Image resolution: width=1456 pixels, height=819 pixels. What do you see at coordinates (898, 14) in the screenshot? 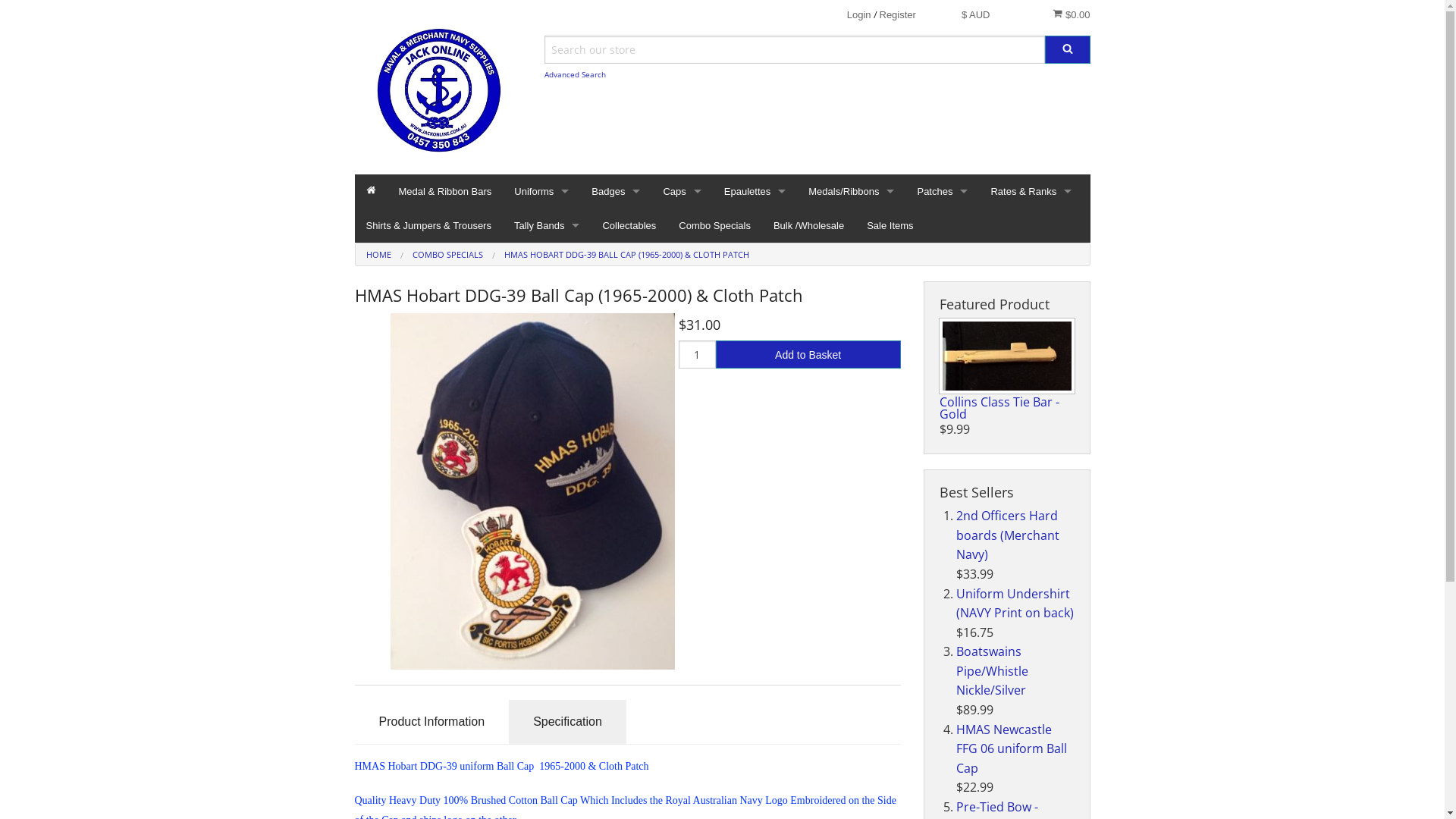
I see `'Register'` at bounding box center [898, 14].